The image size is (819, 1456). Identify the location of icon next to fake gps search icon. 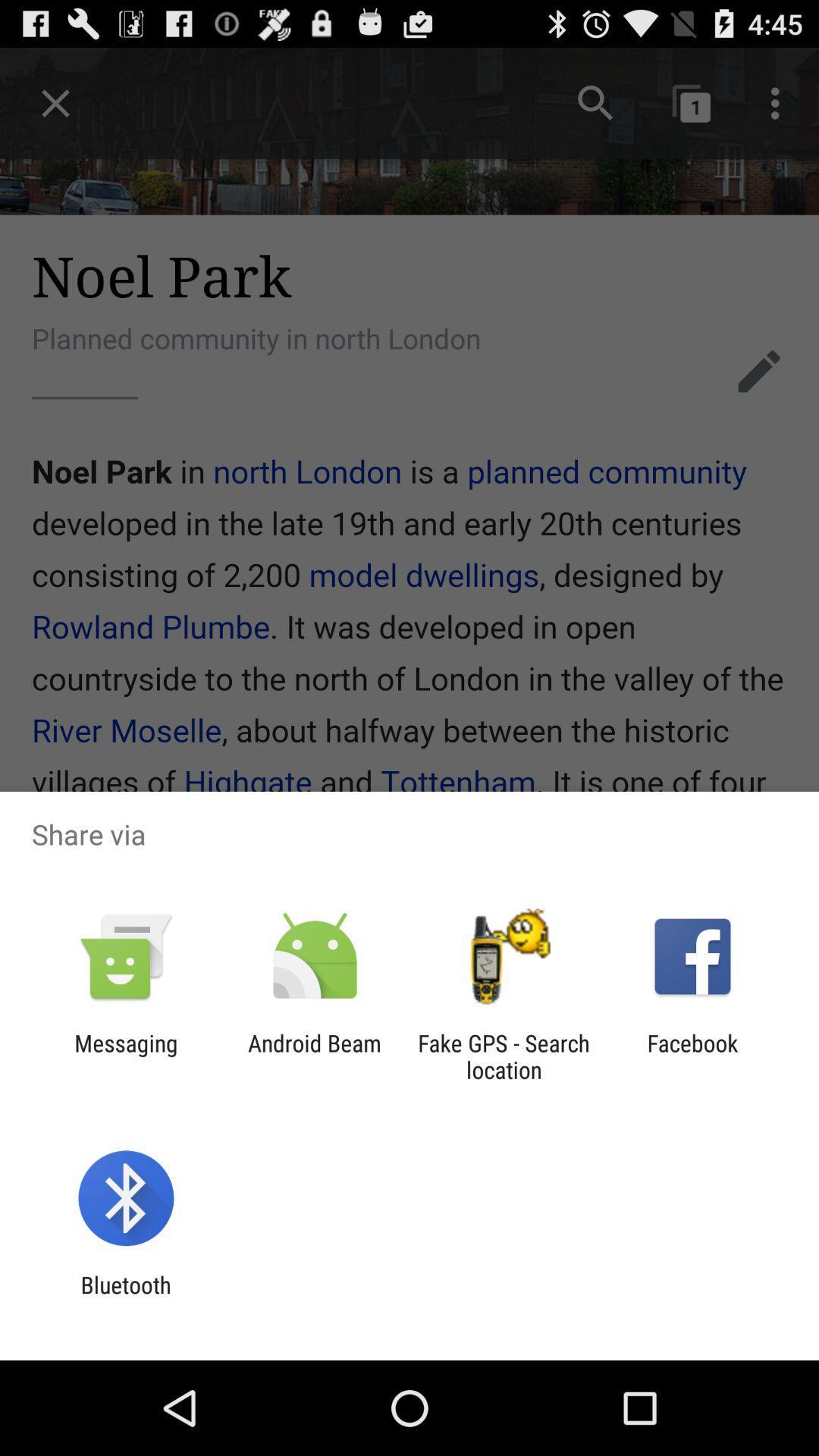
(314, 1056).